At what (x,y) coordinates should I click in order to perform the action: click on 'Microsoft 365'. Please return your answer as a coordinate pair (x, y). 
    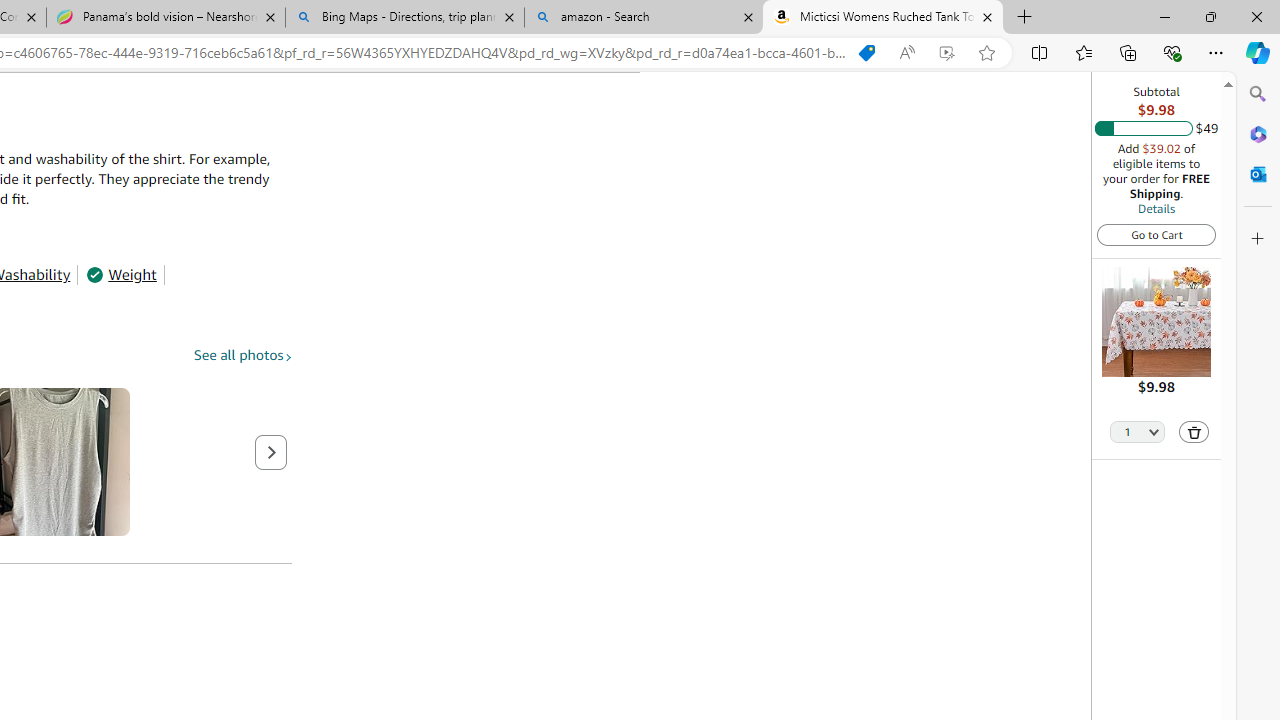
    Looking at the image, I should click on (1257, 133).